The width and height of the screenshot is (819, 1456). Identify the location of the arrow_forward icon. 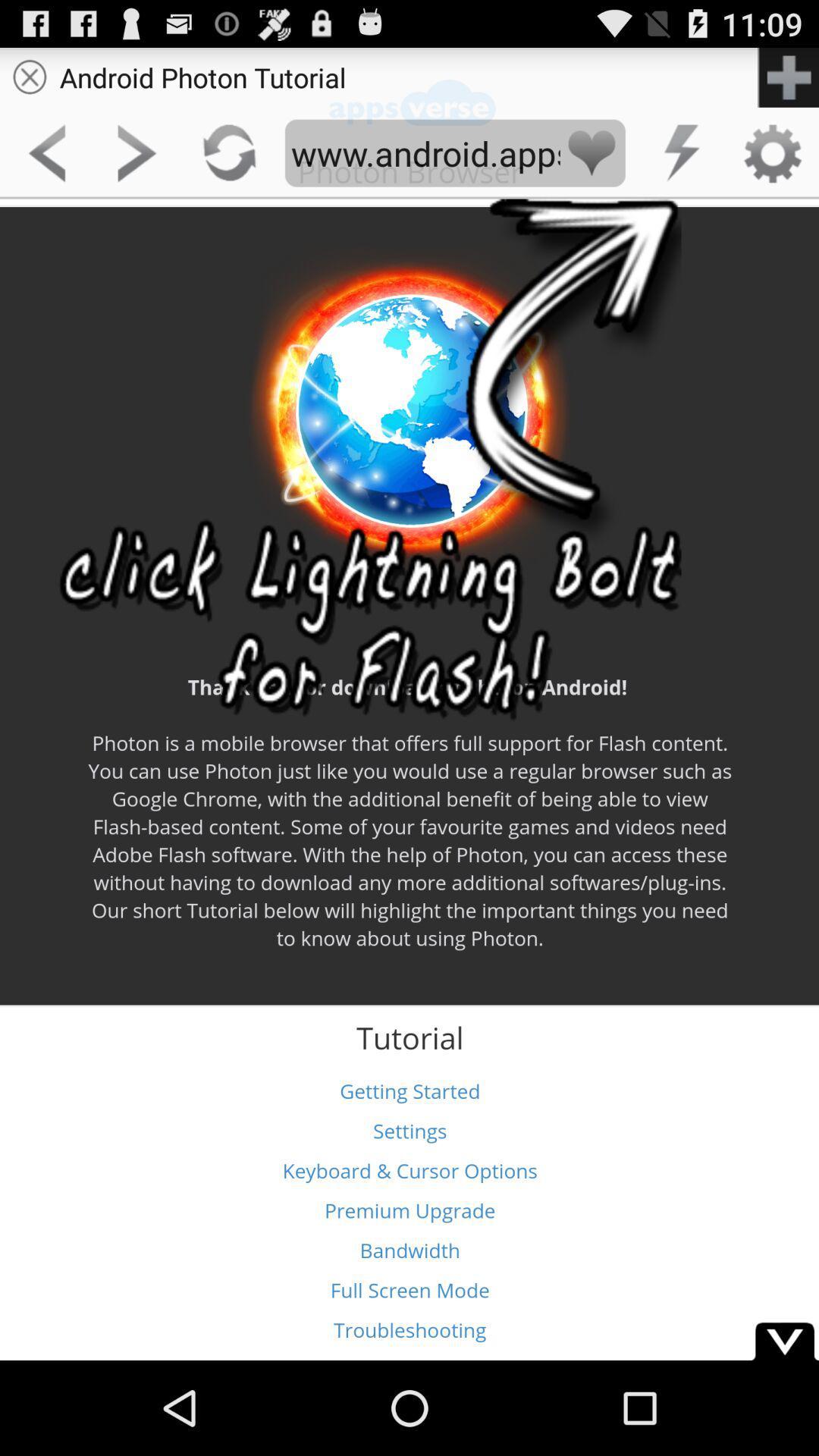
(137, 164).